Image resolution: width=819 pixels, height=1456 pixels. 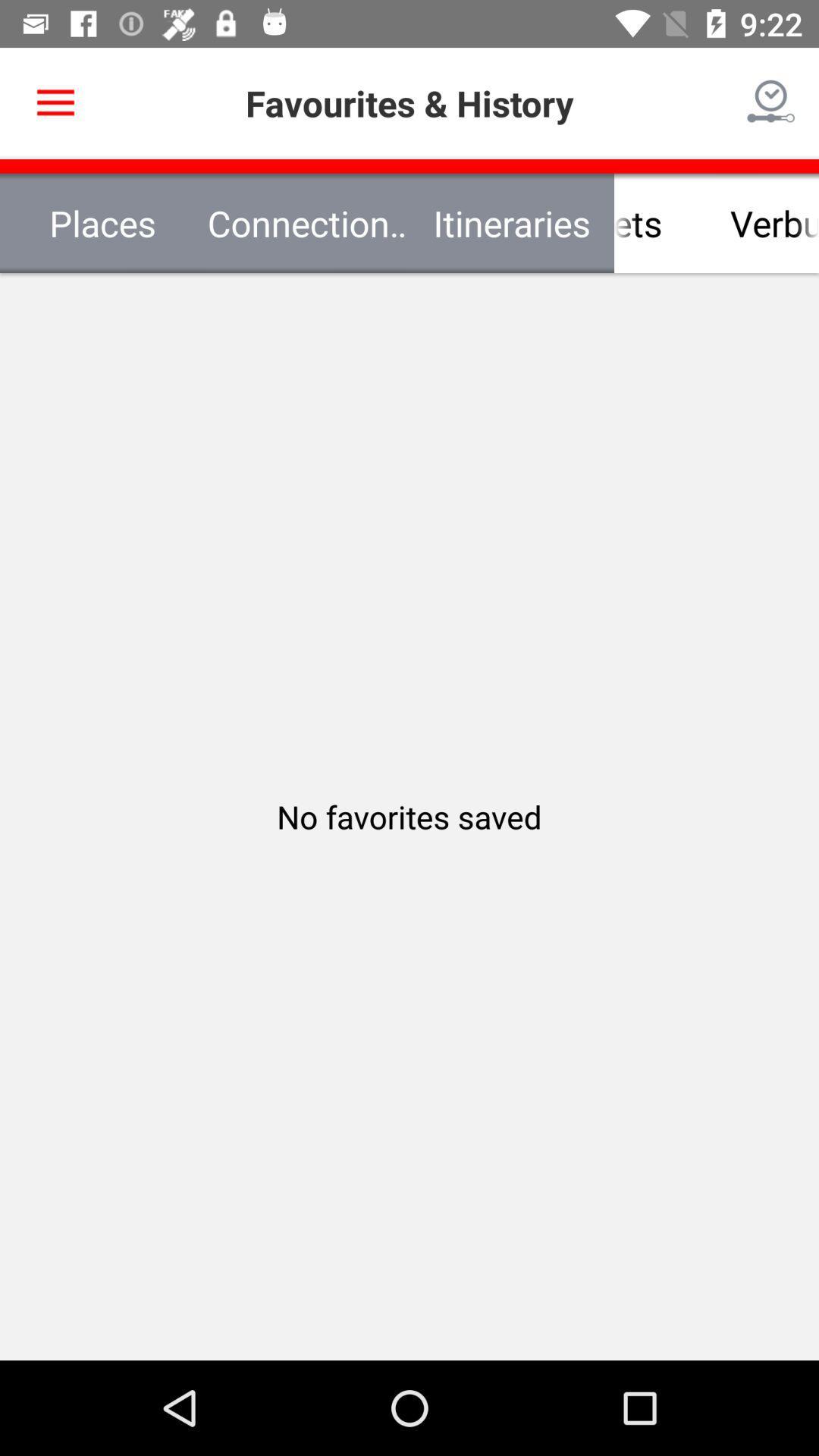 I want to click on item to the right of favourites & history, so click(x=771, y=102).